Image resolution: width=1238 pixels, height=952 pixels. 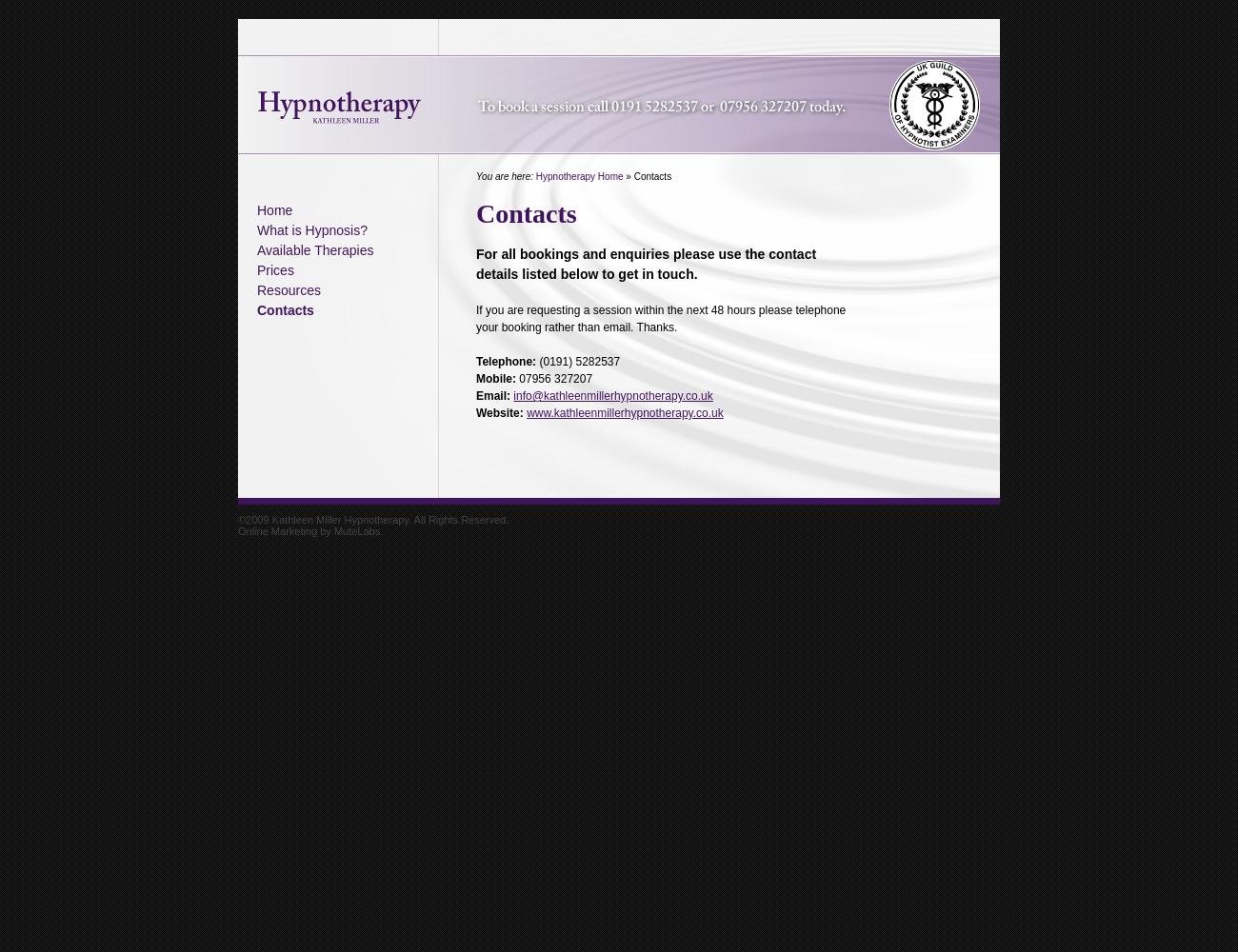 I want to click on 'www.kathleenmillerhypnotherapy.co.uk', so click(x=623, y=413).